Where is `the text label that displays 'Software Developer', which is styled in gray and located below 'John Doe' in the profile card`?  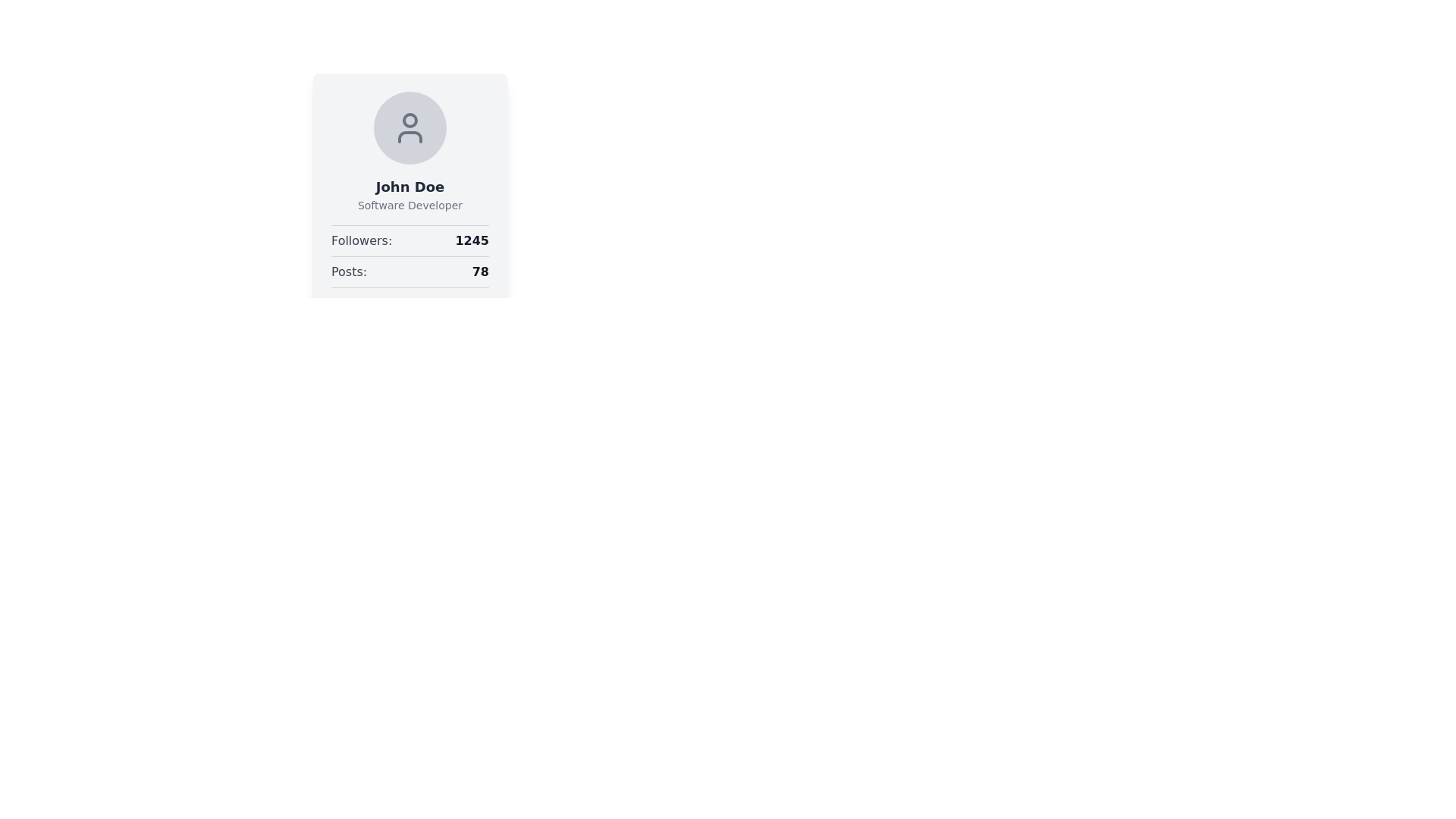 the text label that displays 'Software Developer', which is styled in gray and located below 'John Doe' in the profile card is located at coordinates (410, 205).